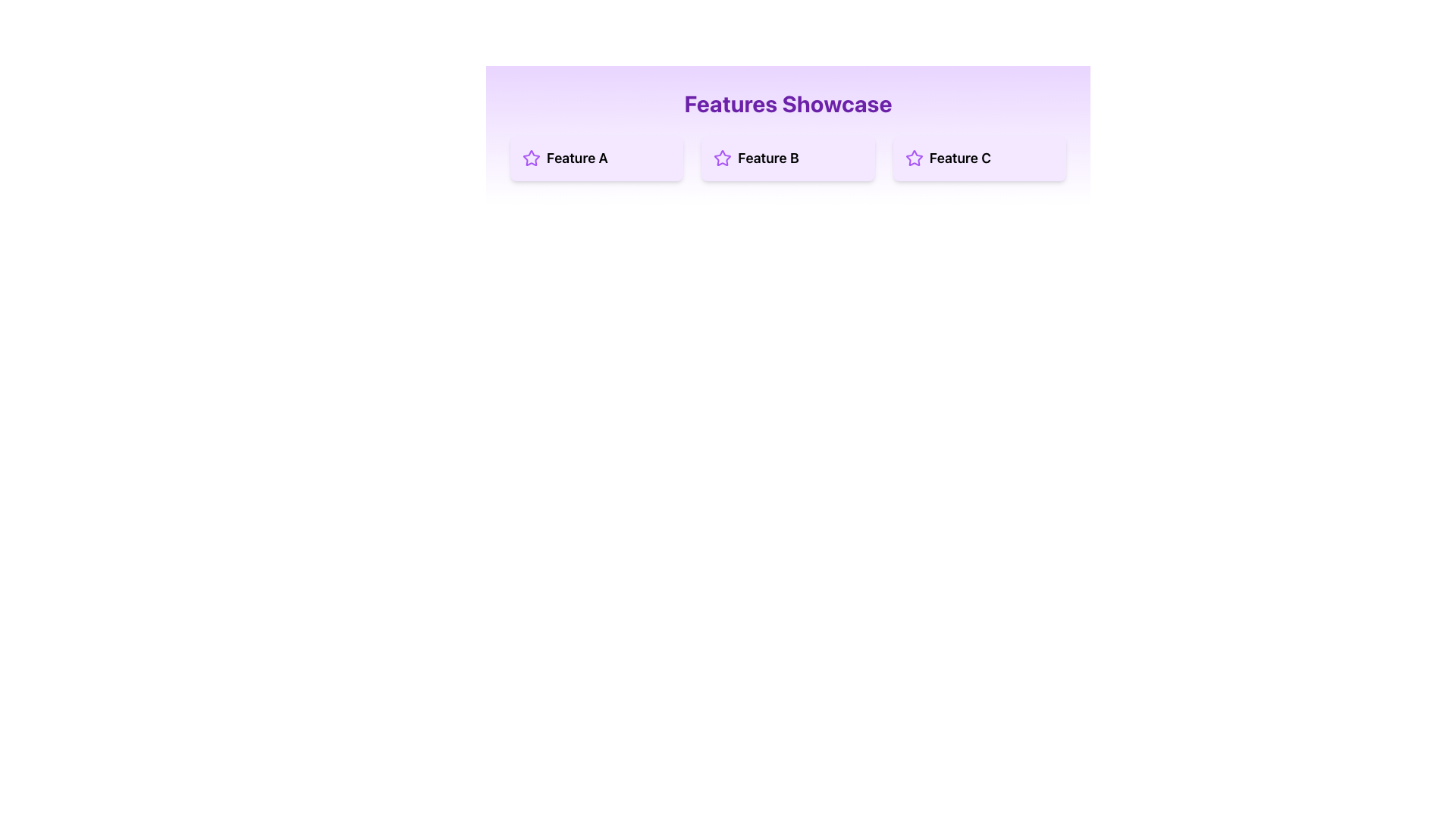 The height and width of the screenshot is (819, 1456). I want to click on the text label displaying 'Feature A' in bold font, located in the 'Features Showcase' section, positioned next to the purple star icon and to the left of 'Feature B', so click(576, 158).